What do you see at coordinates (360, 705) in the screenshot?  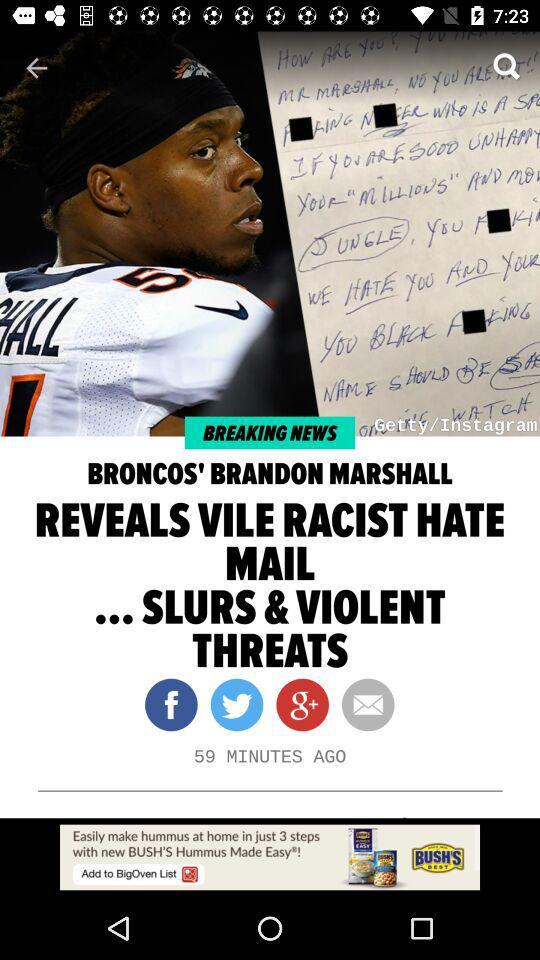 I see `the email icon` at bounding box center [360, 705].